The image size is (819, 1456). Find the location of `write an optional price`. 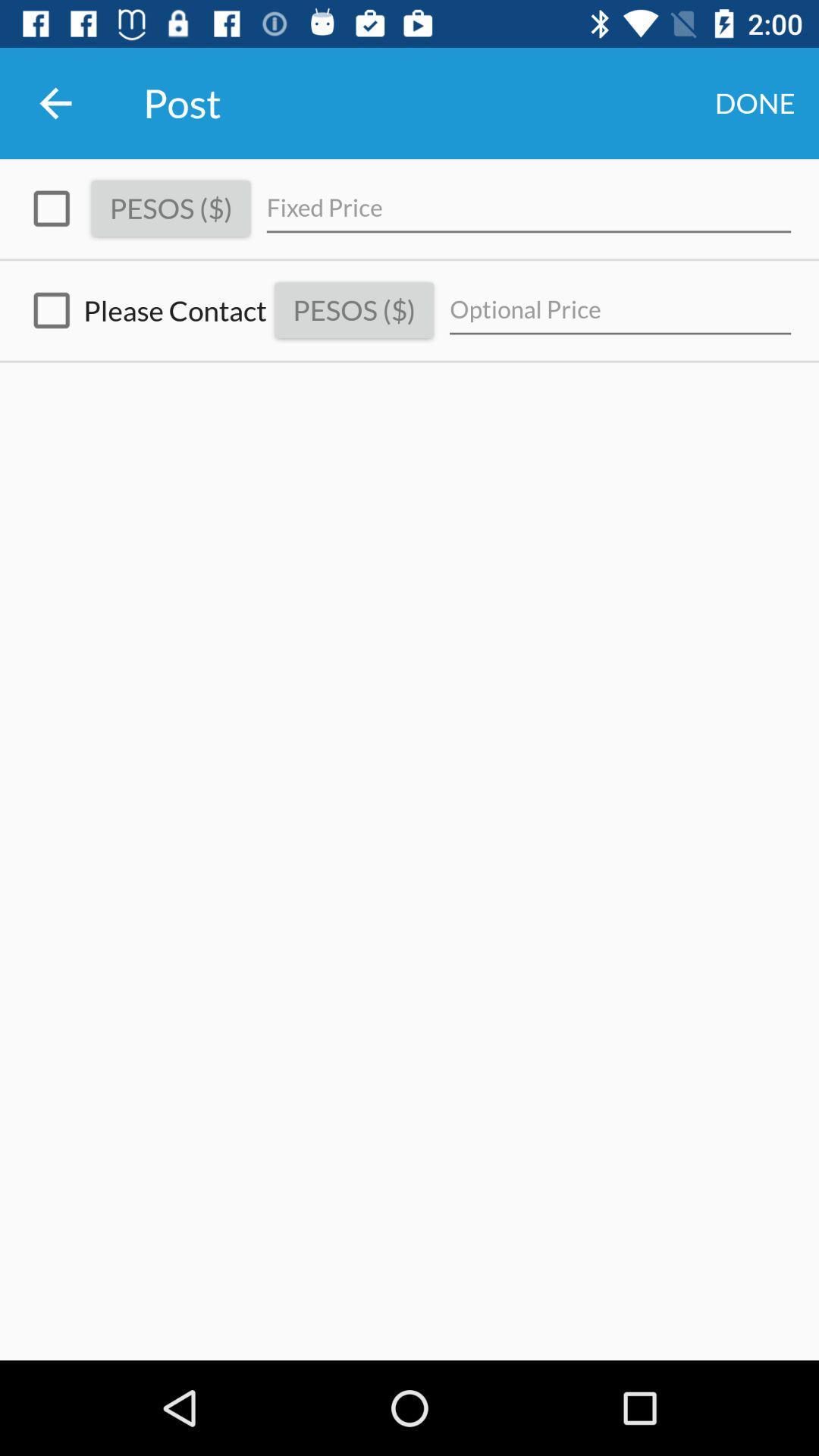

write an optional price is located at coordinates (620, 309).